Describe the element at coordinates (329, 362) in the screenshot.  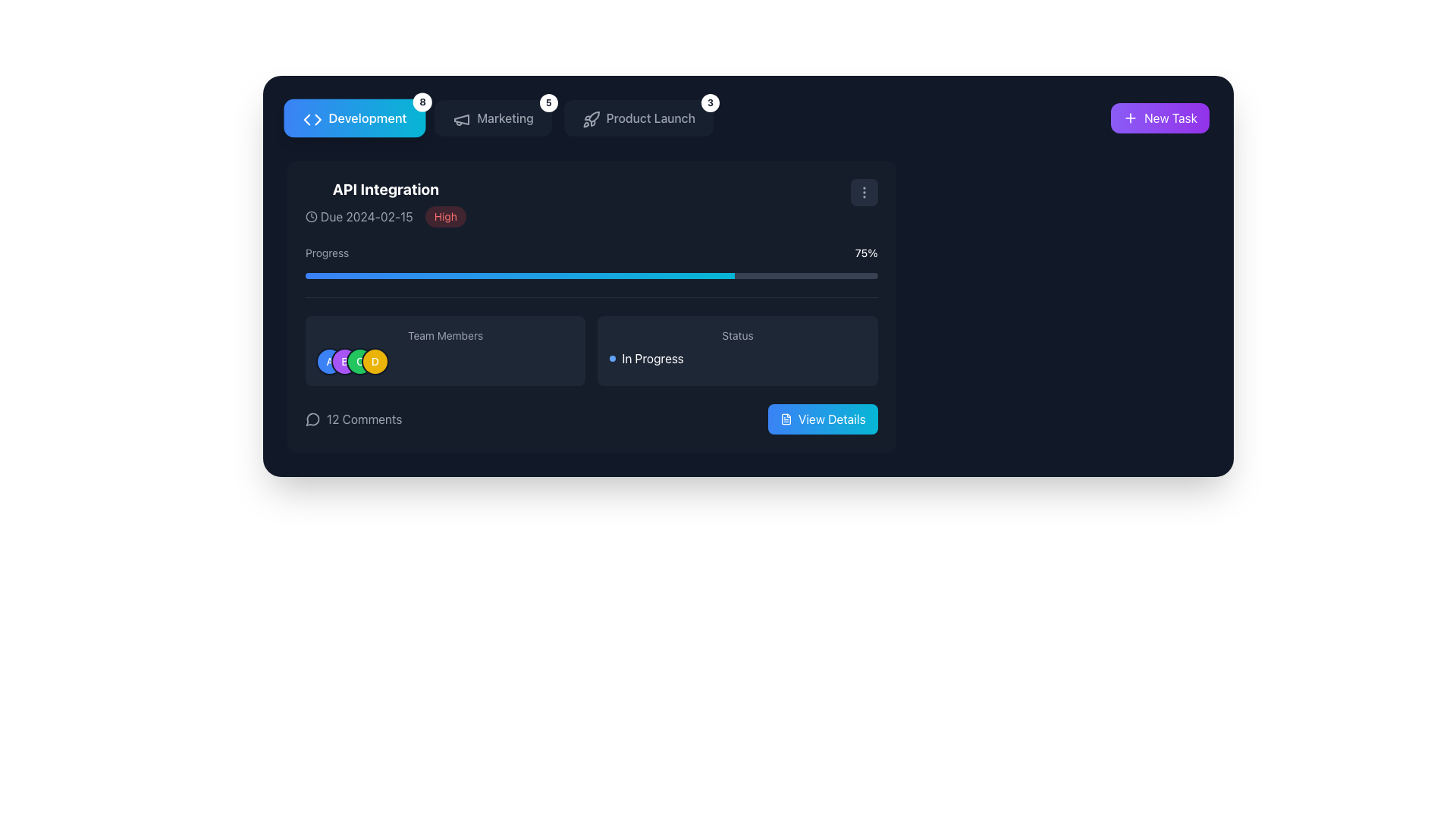
I see `the Decorative avatar or badge icon labeled 'A', which is the first circular badge from the left in the team members section` at that location.